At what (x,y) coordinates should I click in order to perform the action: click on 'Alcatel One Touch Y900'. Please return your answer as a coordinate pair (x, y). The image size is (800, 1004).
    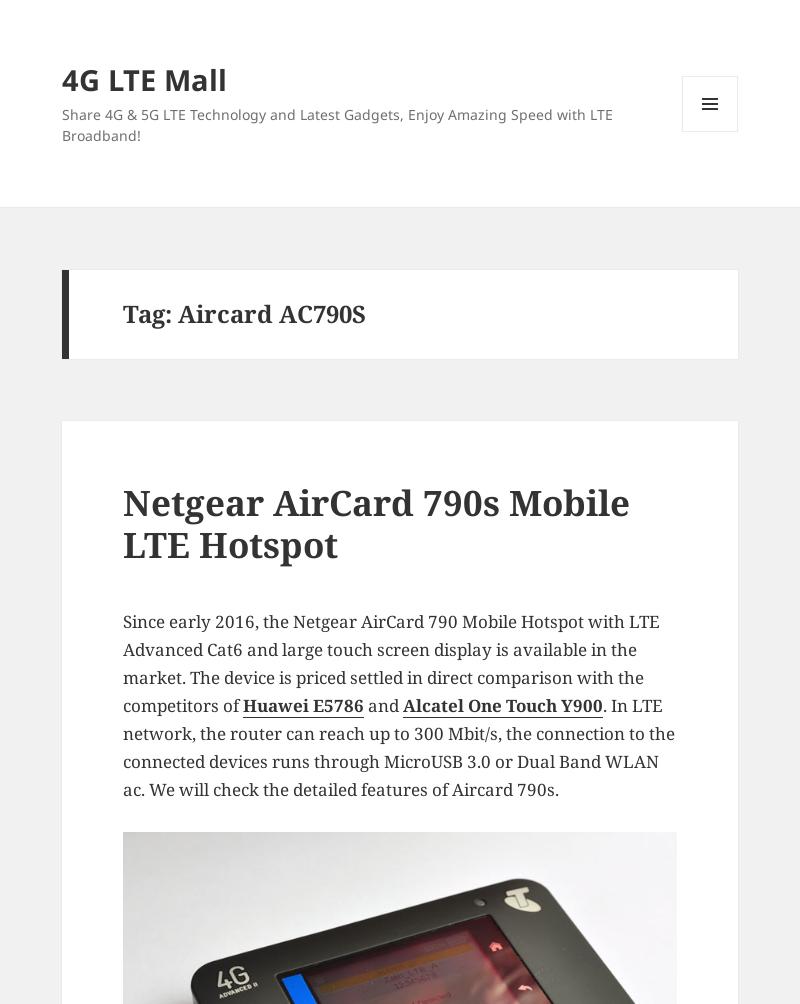
    Looking at the image, I should click on (502, 704).